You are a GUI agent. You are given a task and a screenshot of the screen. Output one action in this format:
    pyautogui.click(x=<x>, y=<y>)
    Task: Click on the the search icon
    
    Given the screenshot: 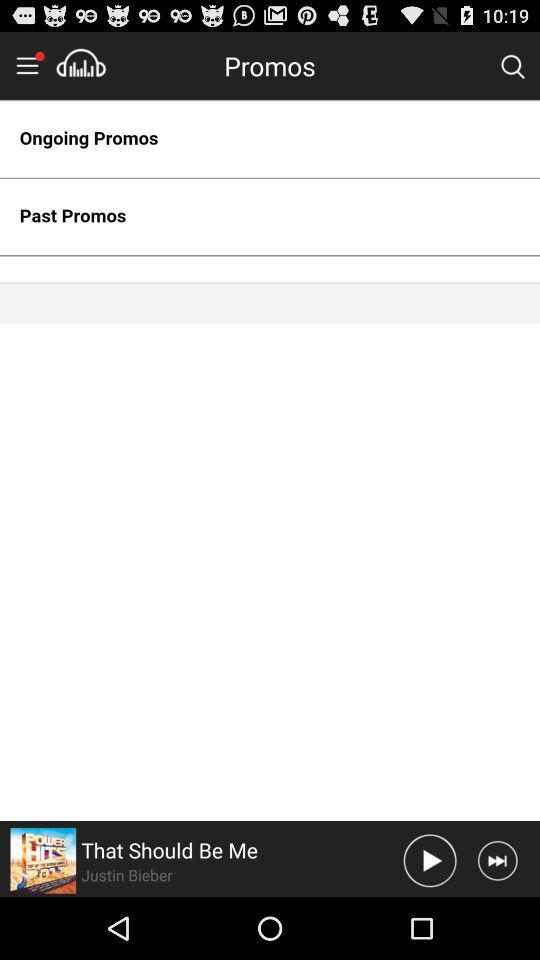 What is the action you would take?
    pyautogui.click(x=512, y=70)
    